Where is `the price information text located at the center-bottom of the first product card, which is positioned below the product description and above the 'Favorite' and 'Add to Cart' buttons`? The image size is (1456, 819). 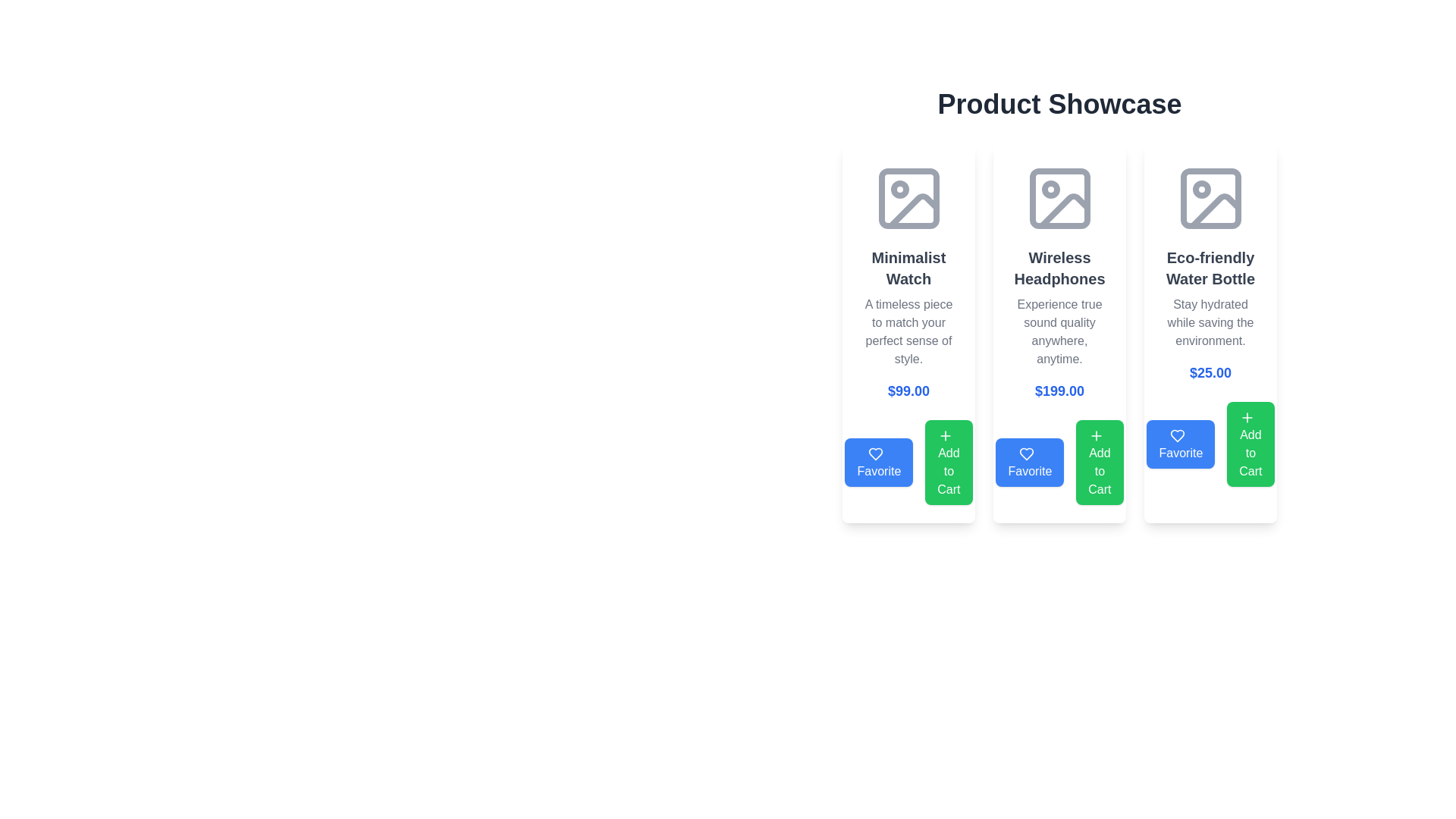
the price information text located at the center-bottom of the first product card, which is positioned below the product description and above the 'Favorite' and 'Add to Cart' buttons is located at coordinates (908, 391).